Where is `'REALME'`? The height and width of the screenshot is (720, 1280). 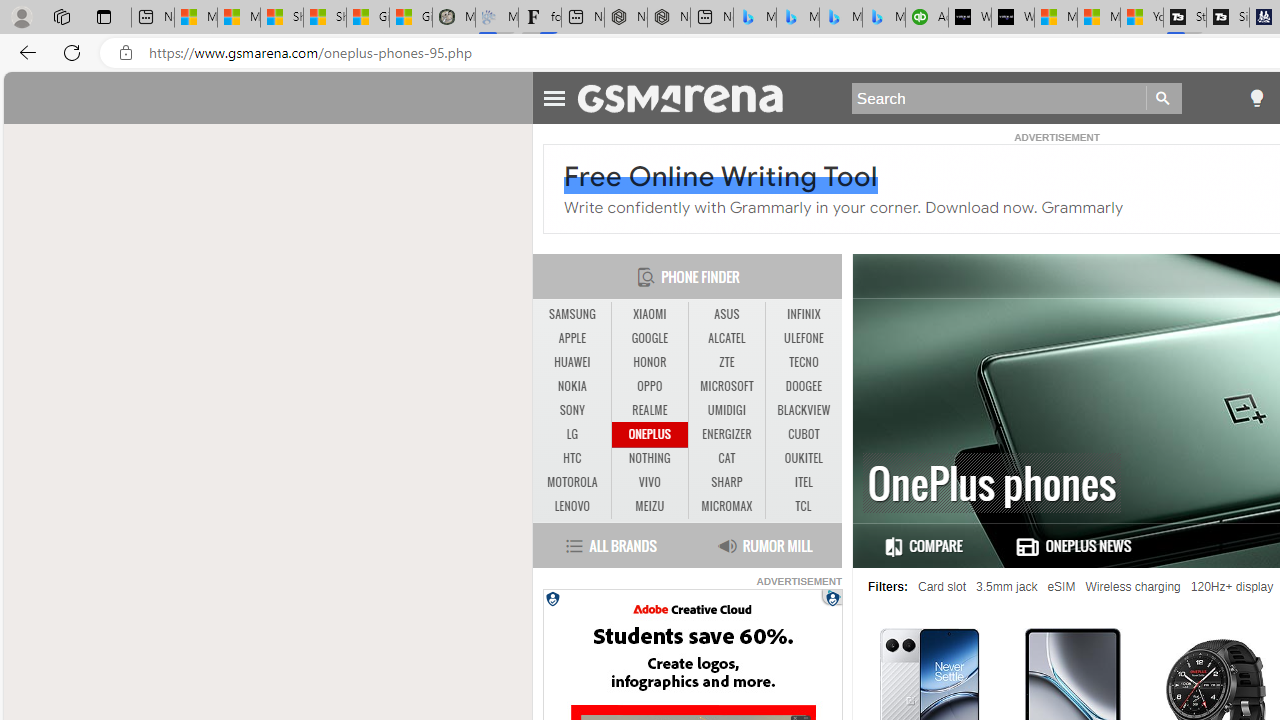
'REALME' is located at coordinates (649, 409).